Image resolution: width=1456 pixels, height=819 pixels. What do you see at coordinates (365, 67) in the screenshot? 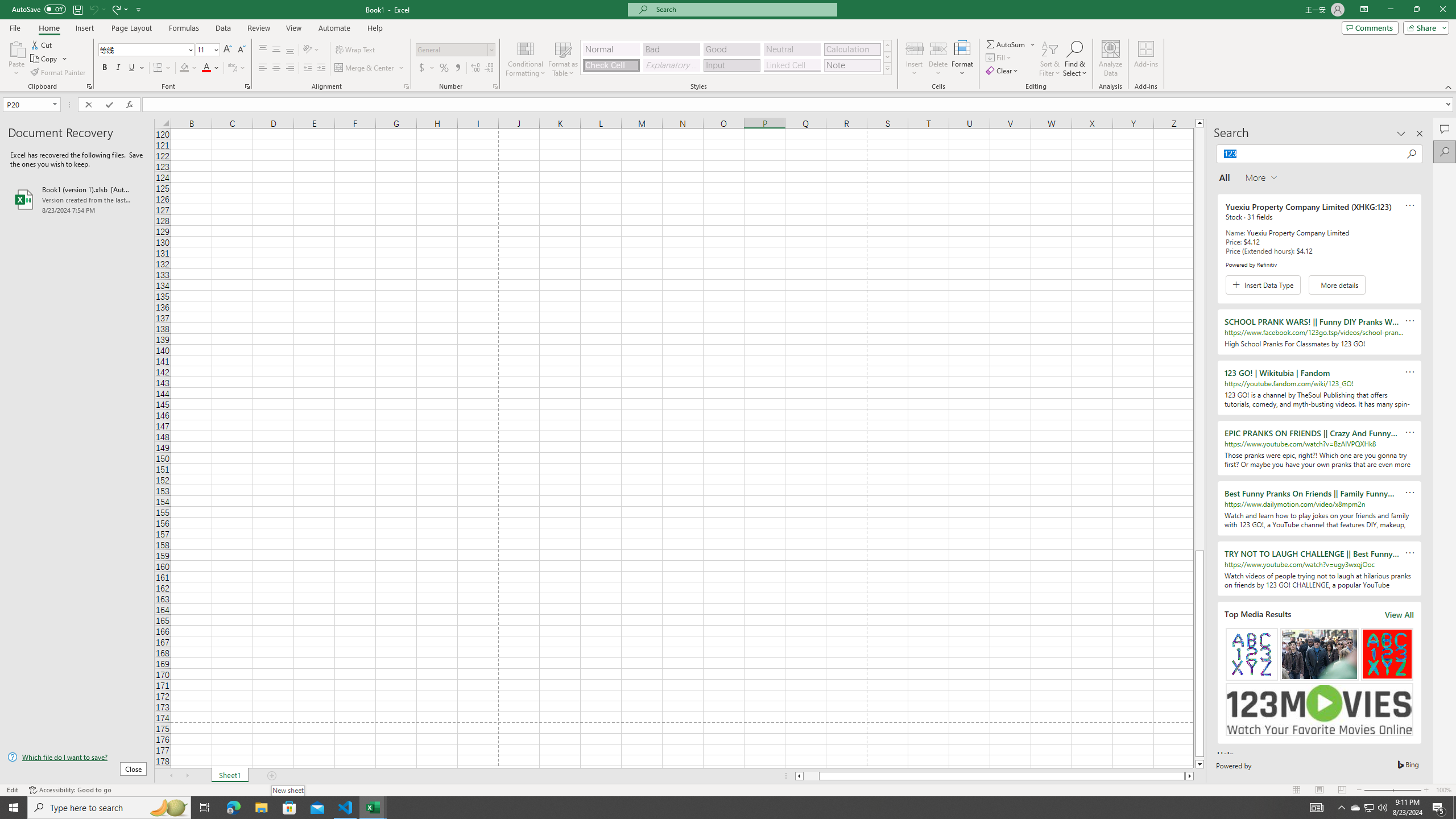
I see `'Merge & Center'` at bounding box center [365, 67].